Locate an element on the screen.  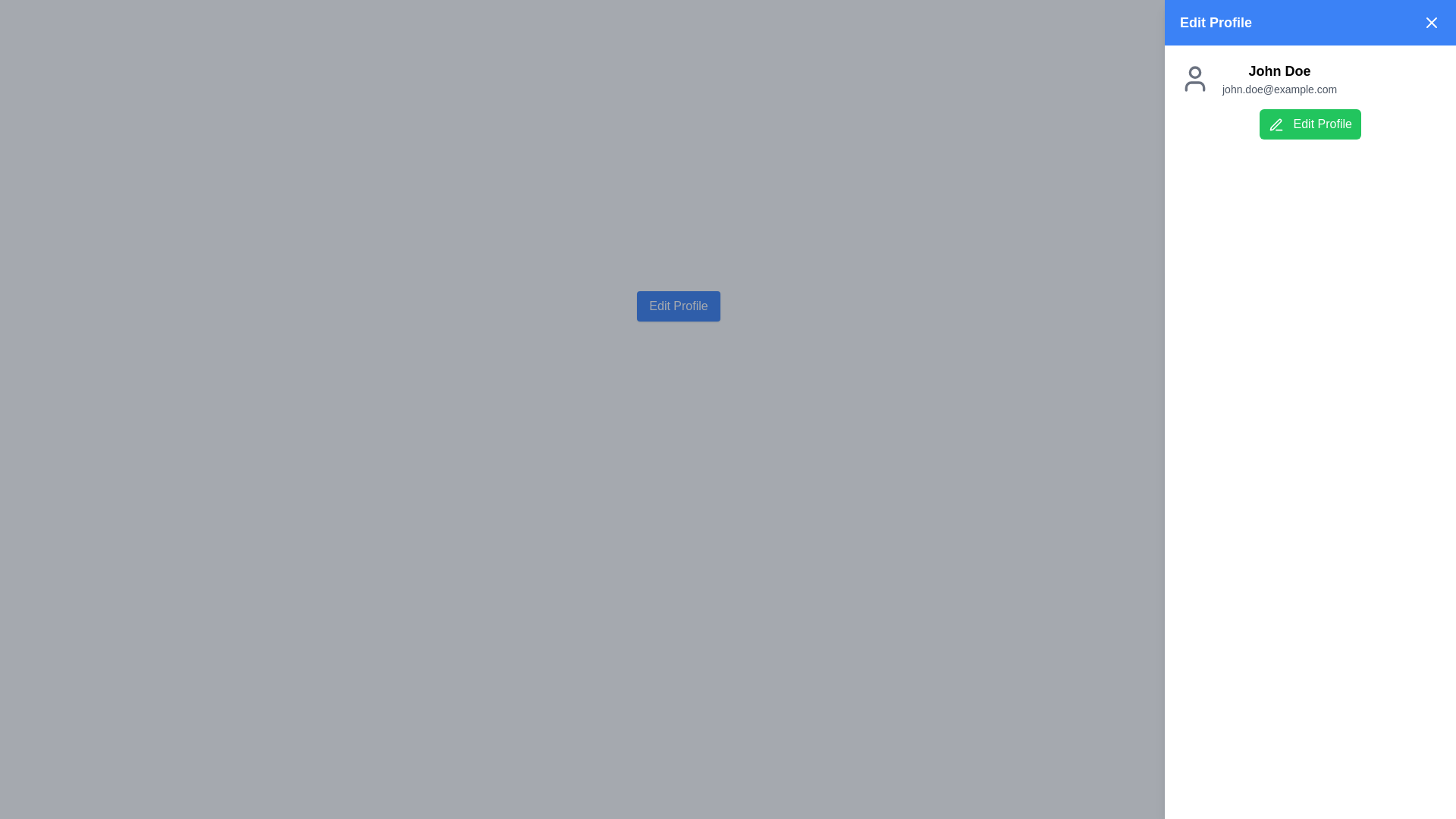
the pen icon located within the green 'Edit Profile' button, positioned to the immediate left of the 'Edit Profile' text, for potential visual feedback is located at coordinates (1276, 124).